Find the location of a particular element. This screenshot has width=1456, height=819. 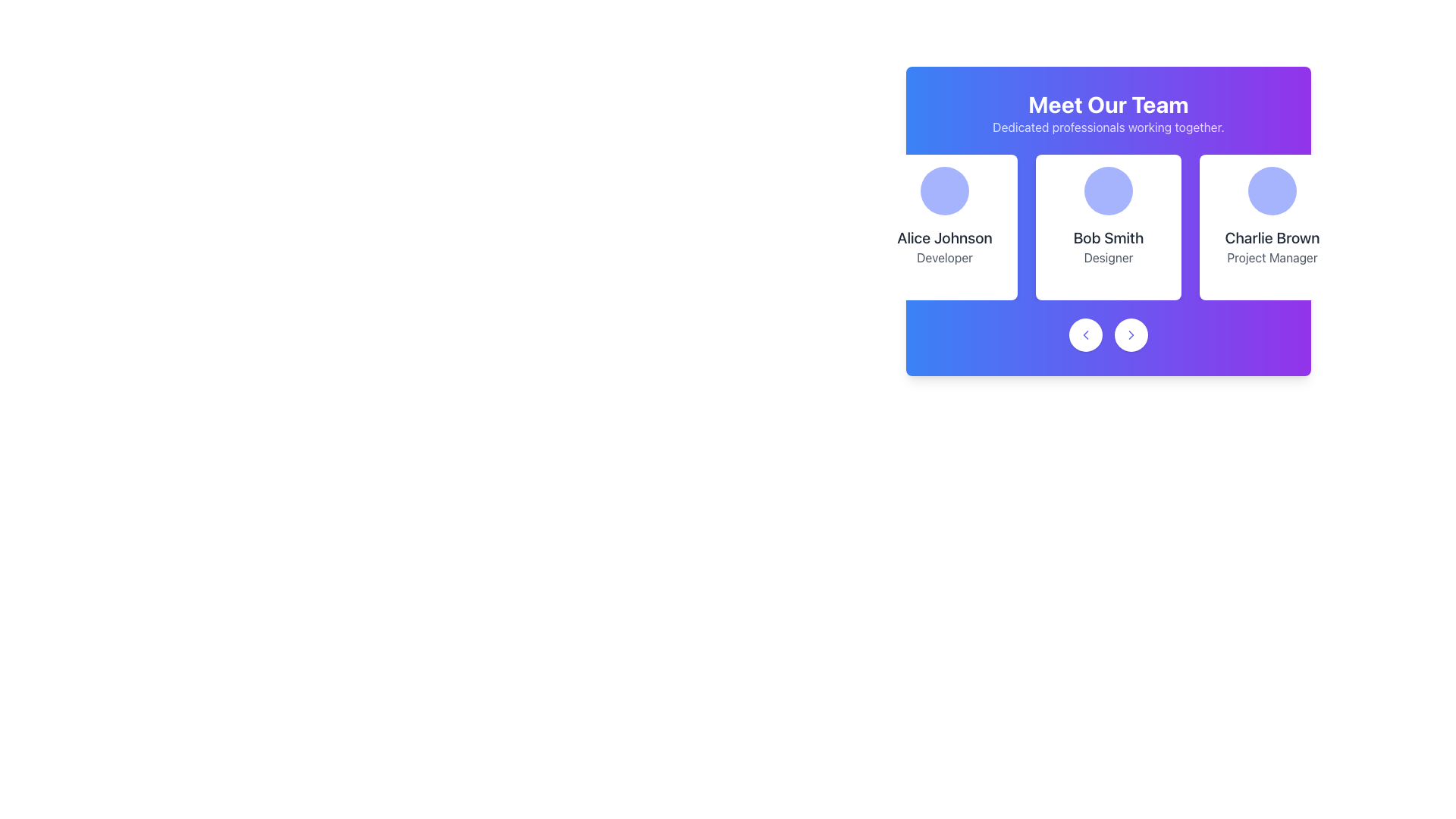

the Decorative Circle which serves as a profile image placeholder located at the top of the card for Alice Johnson, a Developer is located at coordinates (944, 190).